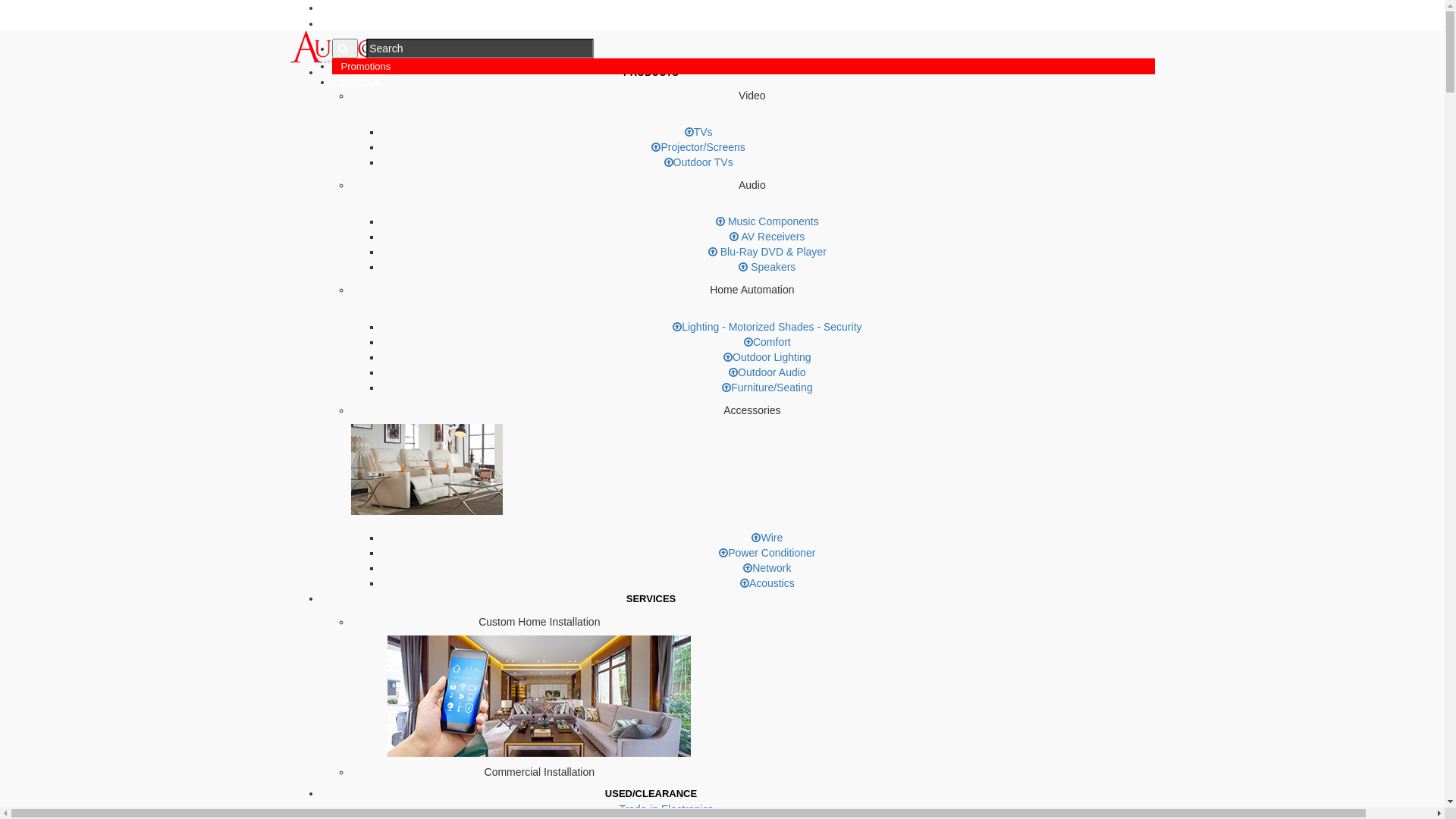  I want to click on 'Network', so click(767, 567).